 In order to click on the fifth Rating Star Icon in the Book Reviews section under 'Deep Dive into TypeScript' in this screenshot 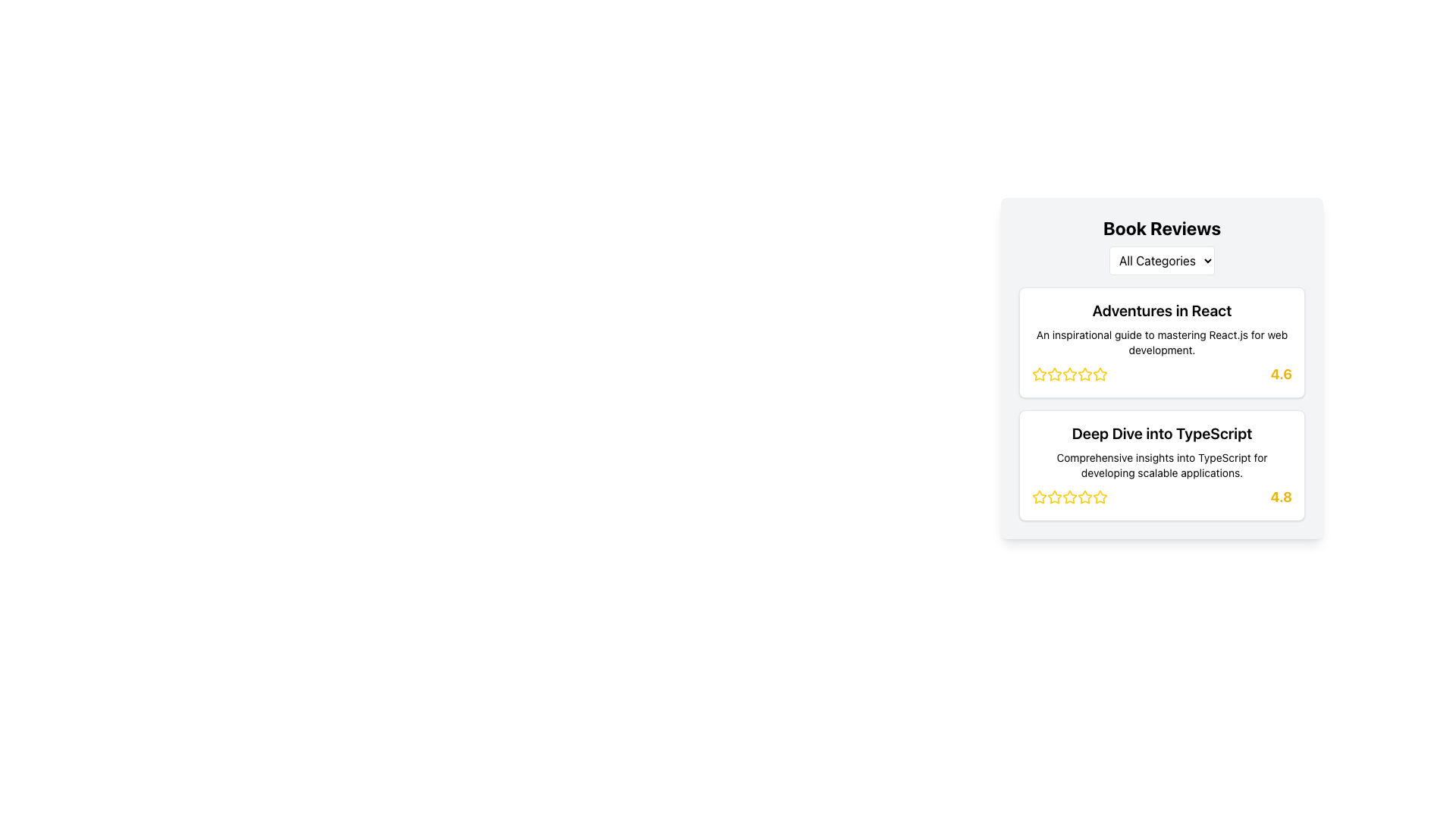, I will do `click(1100, 497)`.